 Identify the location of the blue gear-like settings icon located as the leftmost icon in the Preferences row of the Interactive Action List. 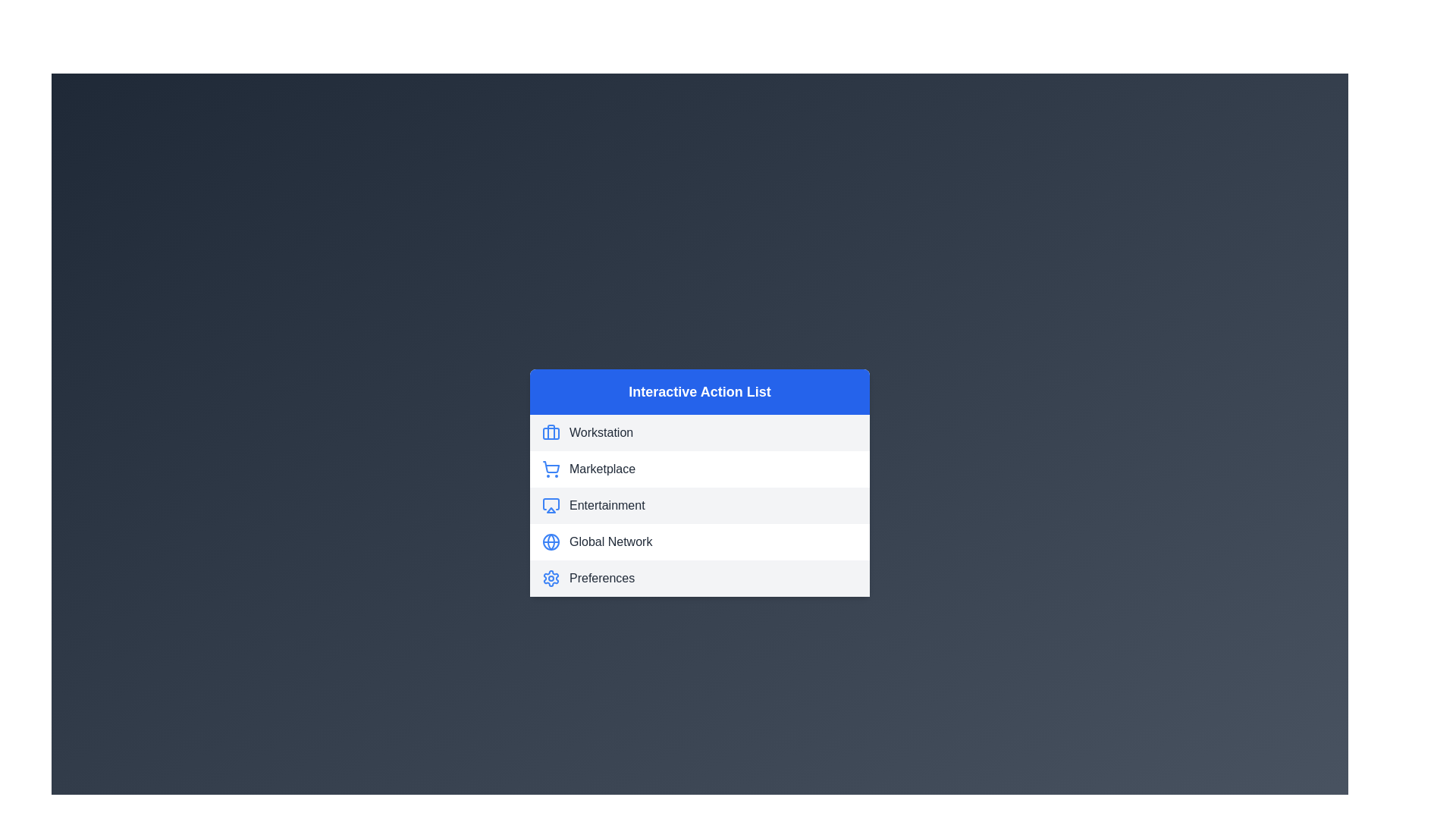
(550, 579).